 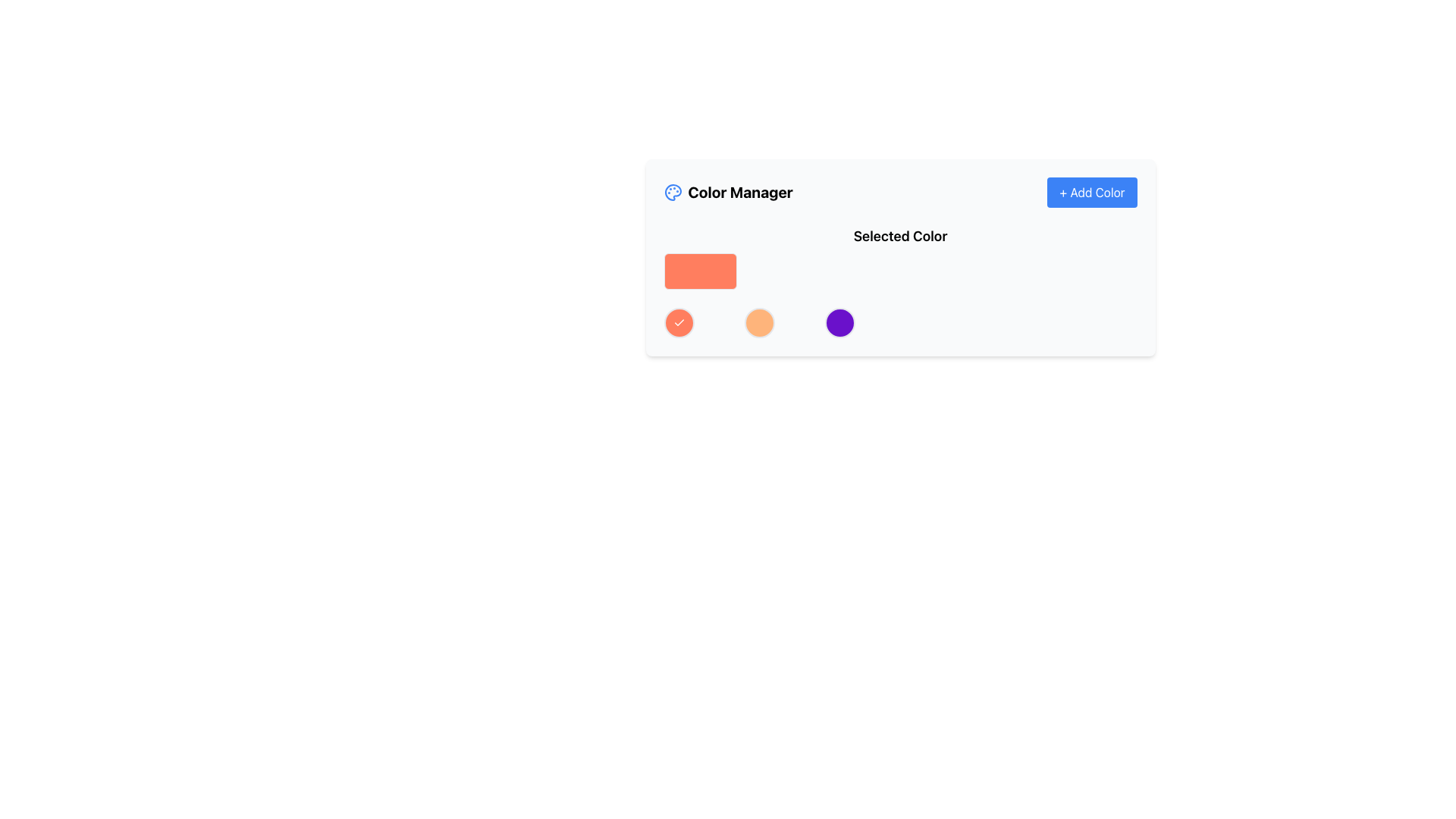 I want to click on the circular, purple-colored button in the color selection grid, so click(x=839, y=322).